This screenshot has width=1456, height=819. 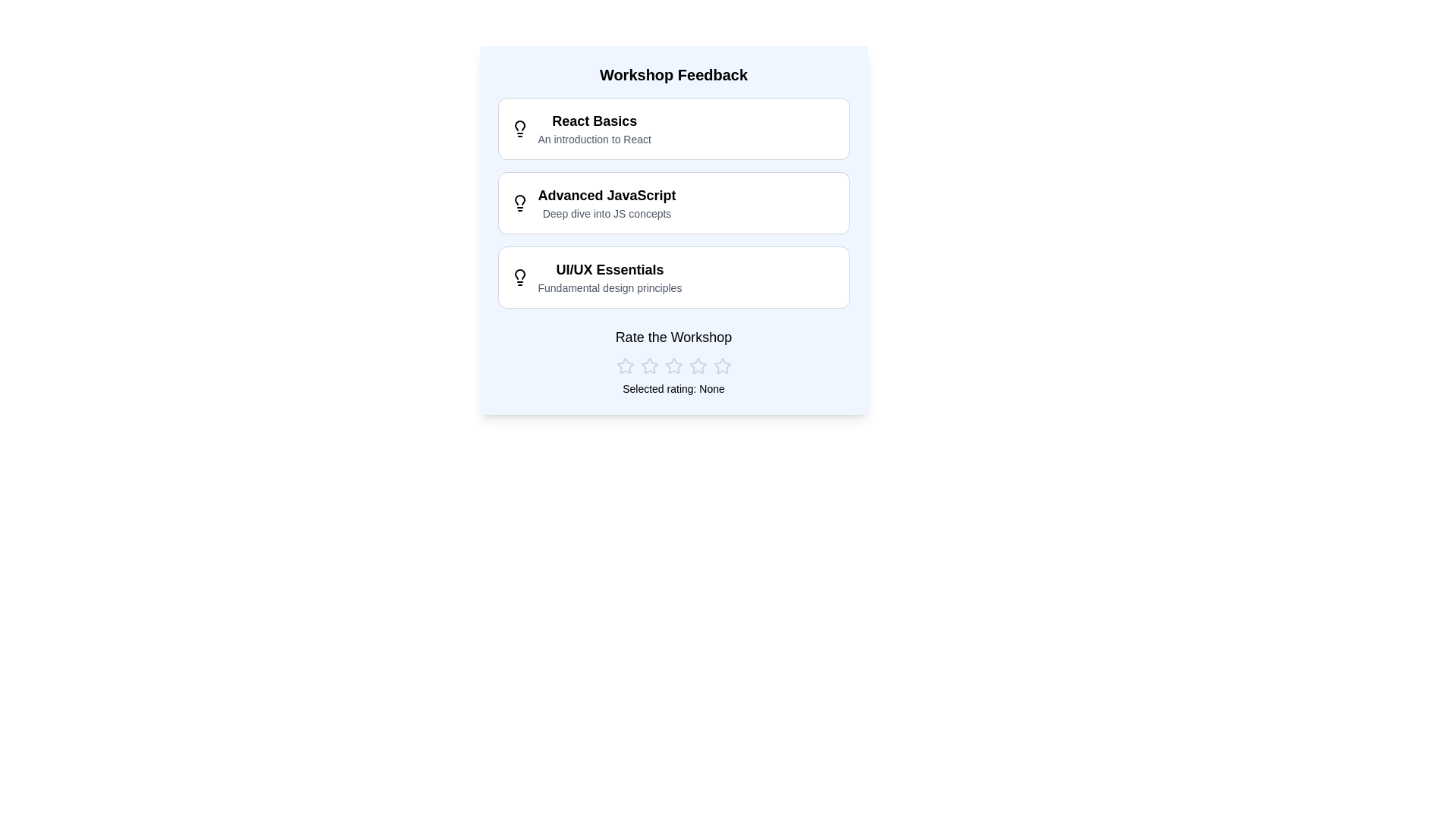 What do you see at coordinates (519, 127) in the screenshot?
I see `the lightbulb icon, which is the first icon in the list group located at the top left of the text 'React Basics'` at bounding box center [519, 127].